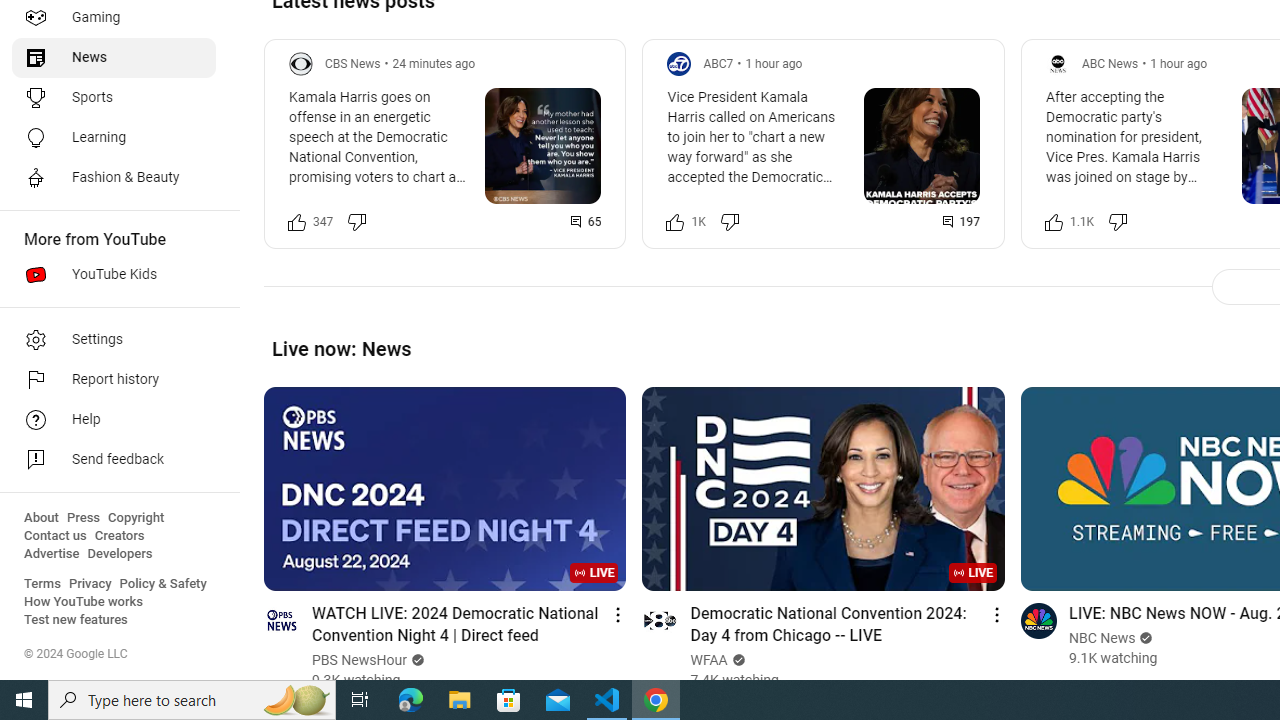 The image size is (1280, 720). I want to click on 'PBS NewsHour', so click(360, 660).